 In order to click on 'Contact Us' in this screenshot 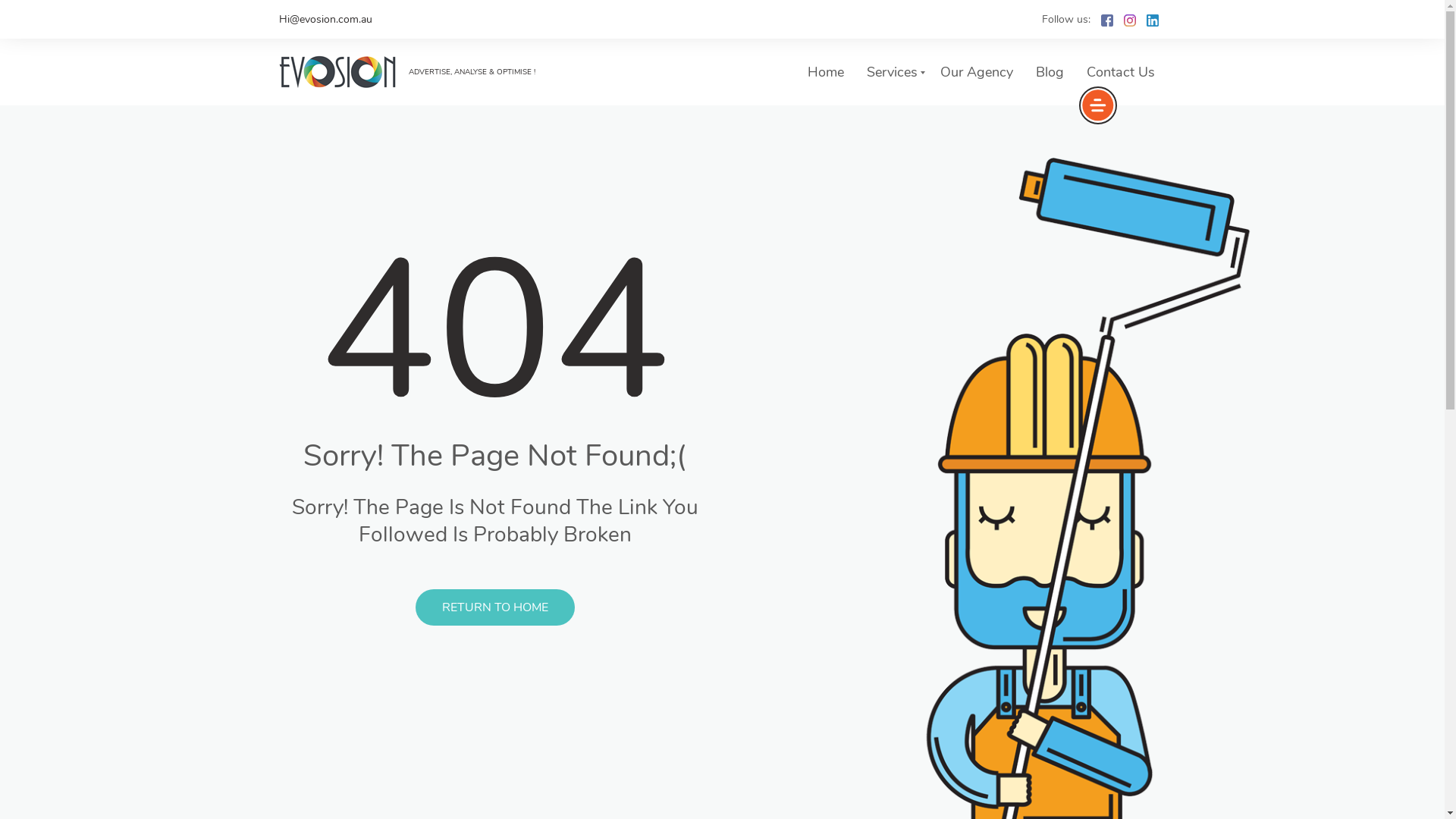, I will do `click(1120, 72)`.